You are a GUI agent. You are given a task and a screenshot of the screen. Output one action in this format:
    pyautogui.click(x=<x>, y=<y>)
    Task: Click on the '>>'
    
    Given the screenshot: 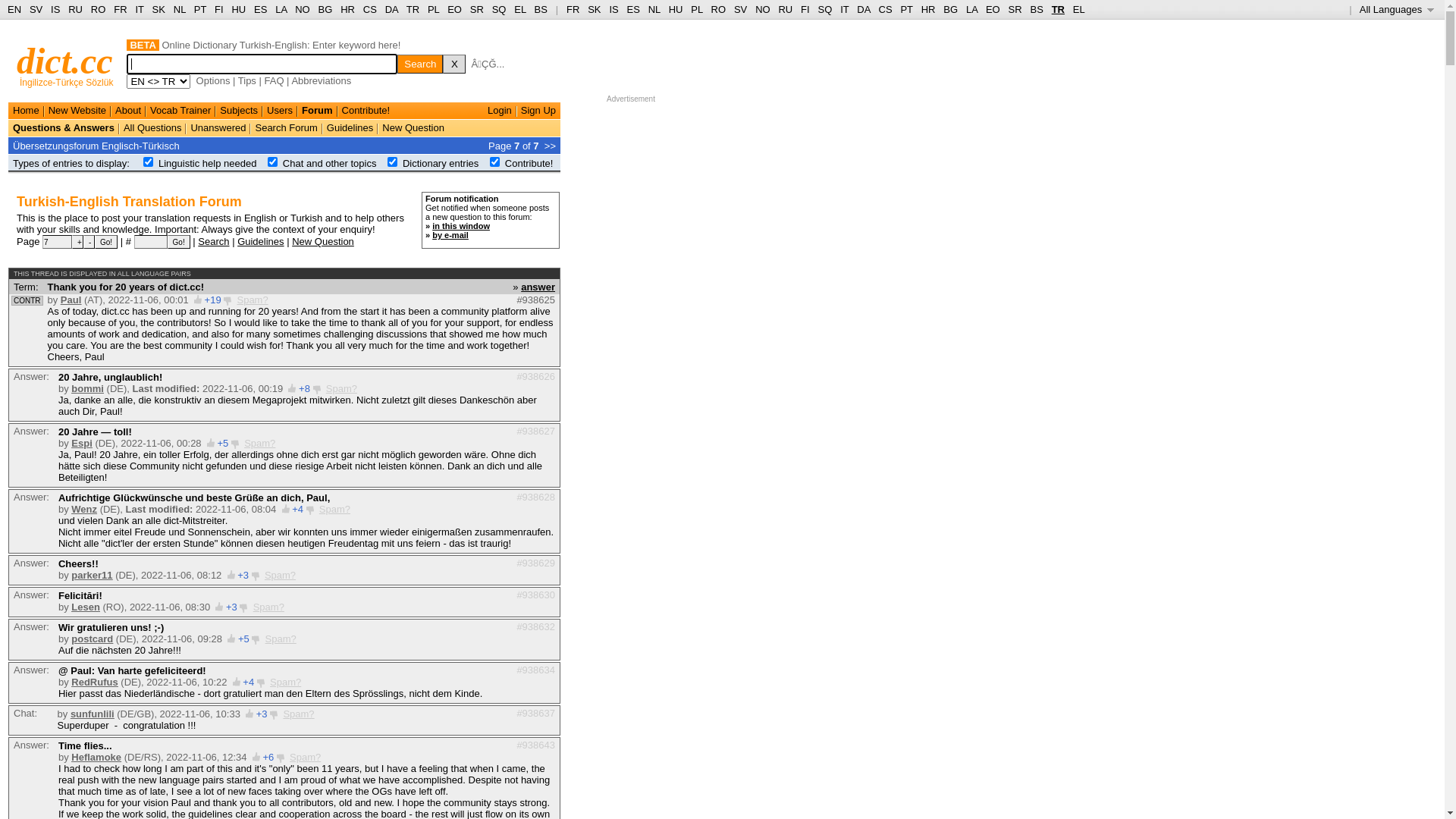 What is the action you would take?
    pyautogui.click(x=544, y=145)
    